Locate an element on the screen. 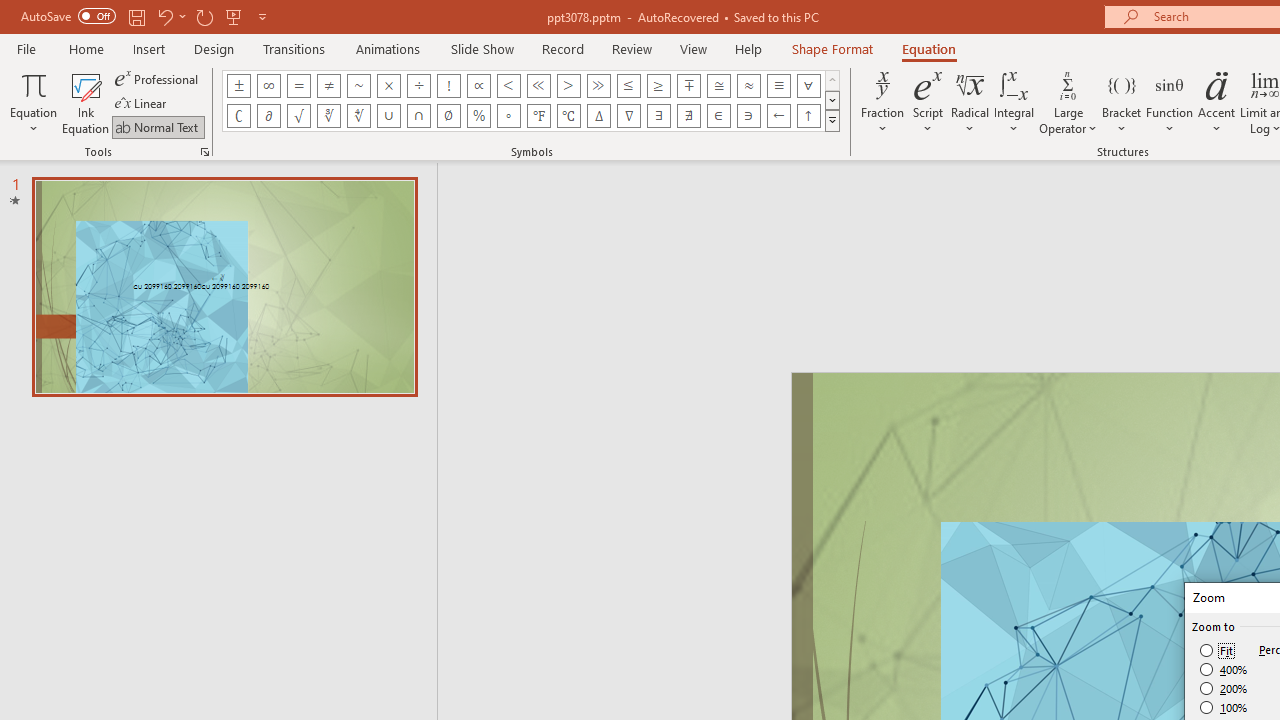 Image resolution: width=1280 pixels, height=720 pixels. 'Equation Symbol Complement' is located at coordinates (238, 115).